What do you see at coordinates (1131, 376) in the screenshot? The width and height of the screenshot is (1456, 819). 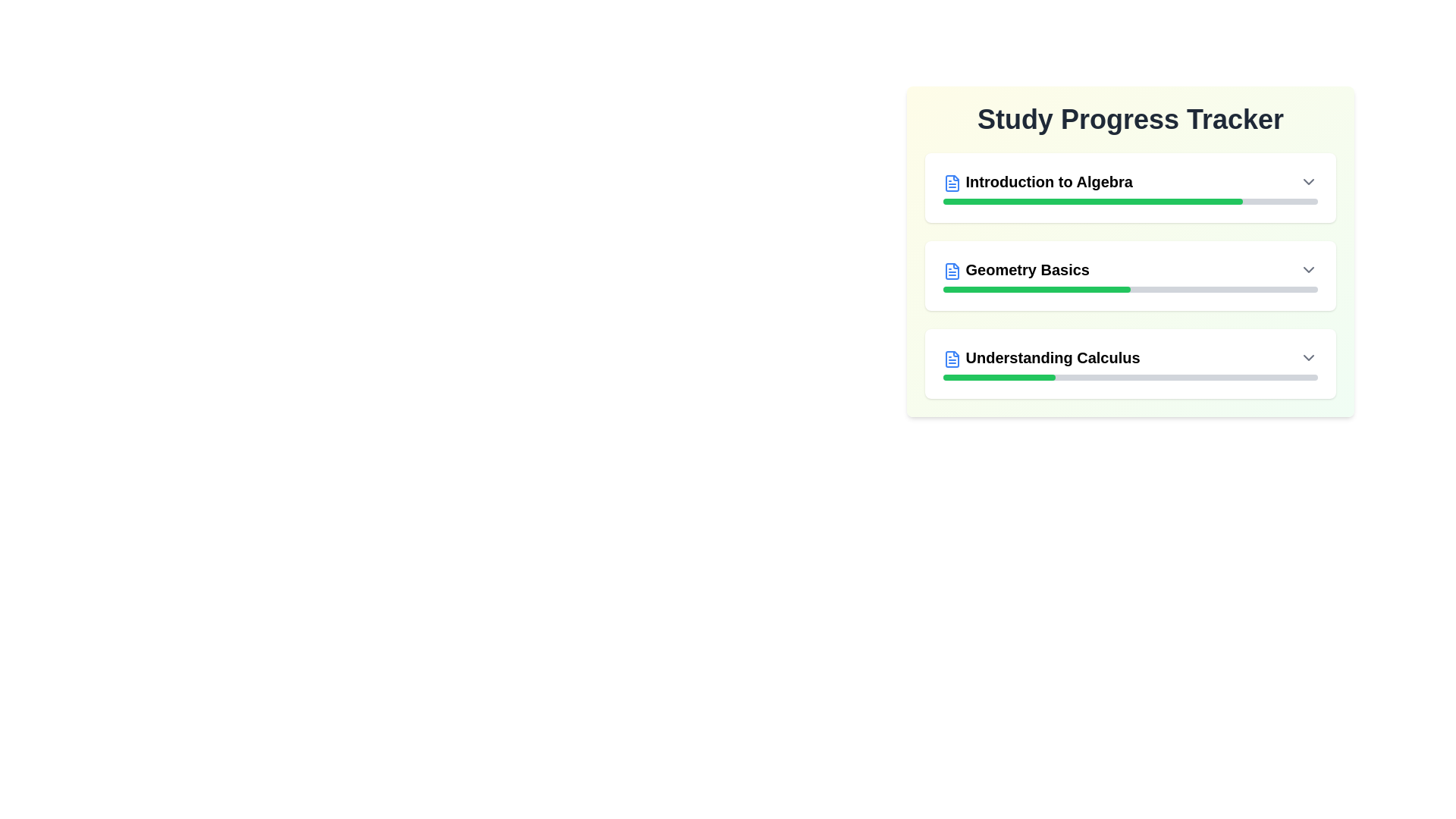 I see `the progress bar indicating 30% completion for the 'Understanding Calculus' module under the 'Study Progress Tracker'` at bounding box center [1131, 376].